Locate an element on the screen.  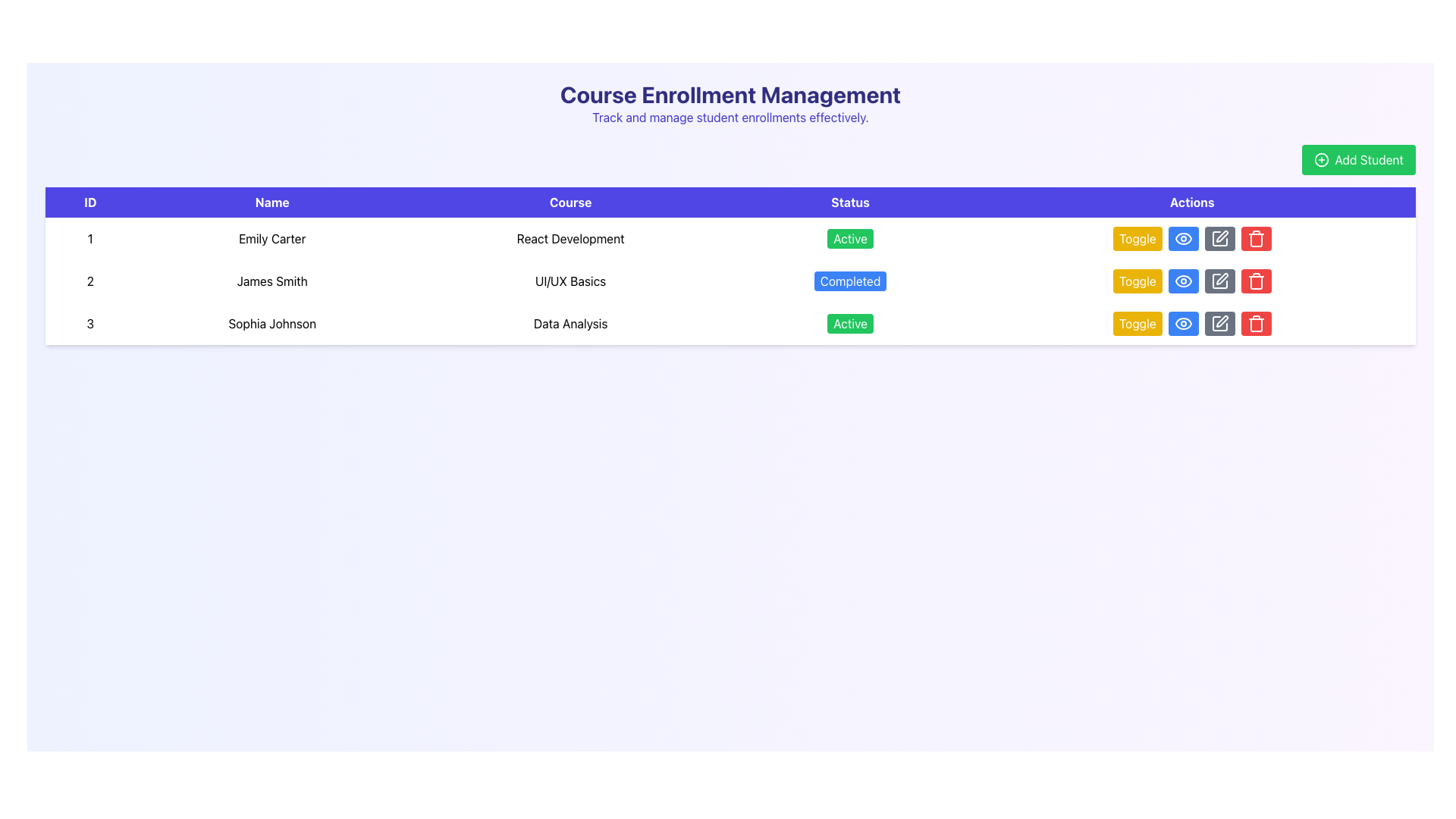
the rectangular button with a gray background and a white pen icon in the third row of the 'Actions' column is located at coordinates (1219, 239).